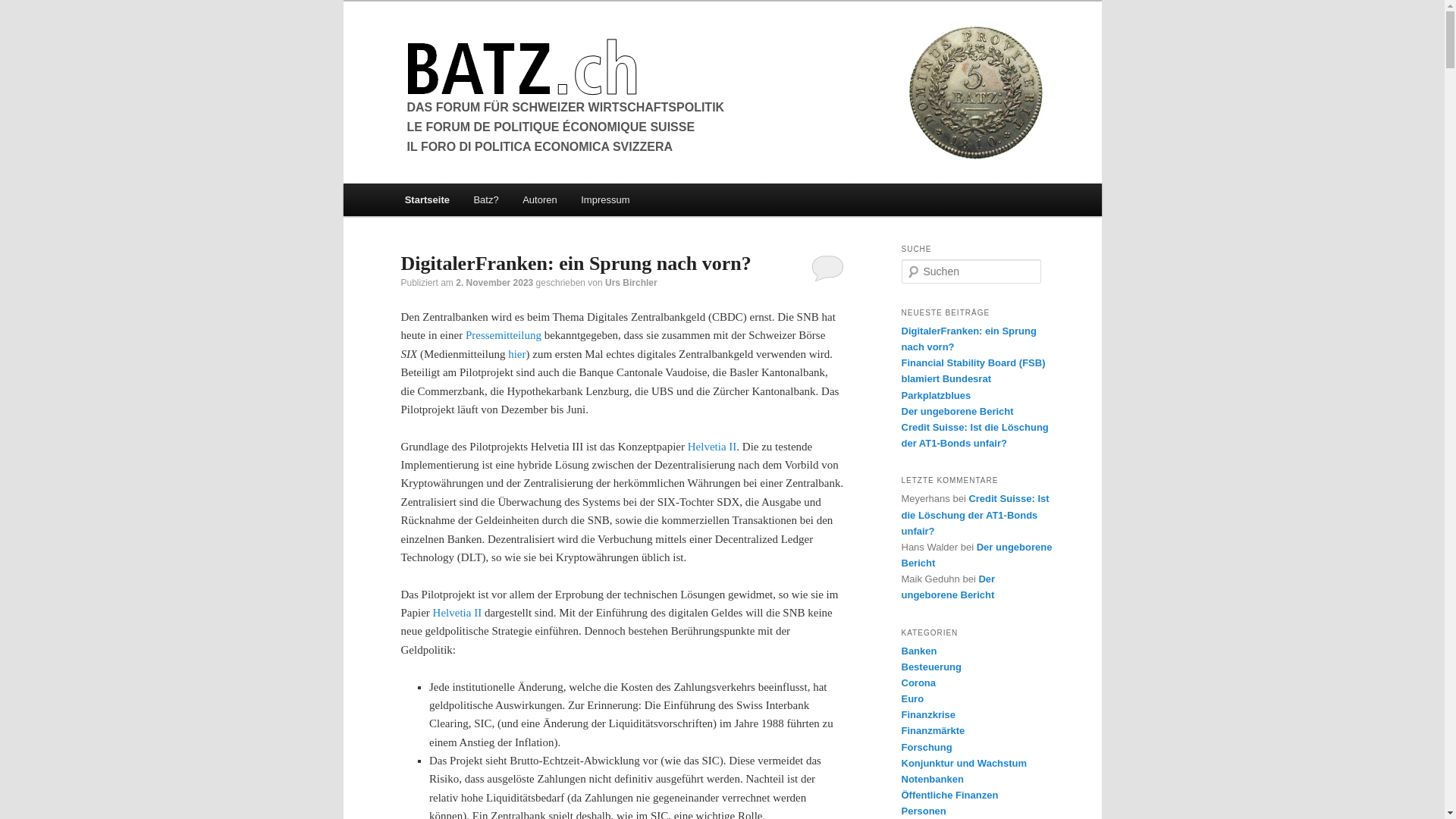 The width and height of the screenshot is (1456, 819). What do you see at coordinates (631, 283) in the screenshot?
I see `'Urs Birchler'` at bounding box center [631, 283].